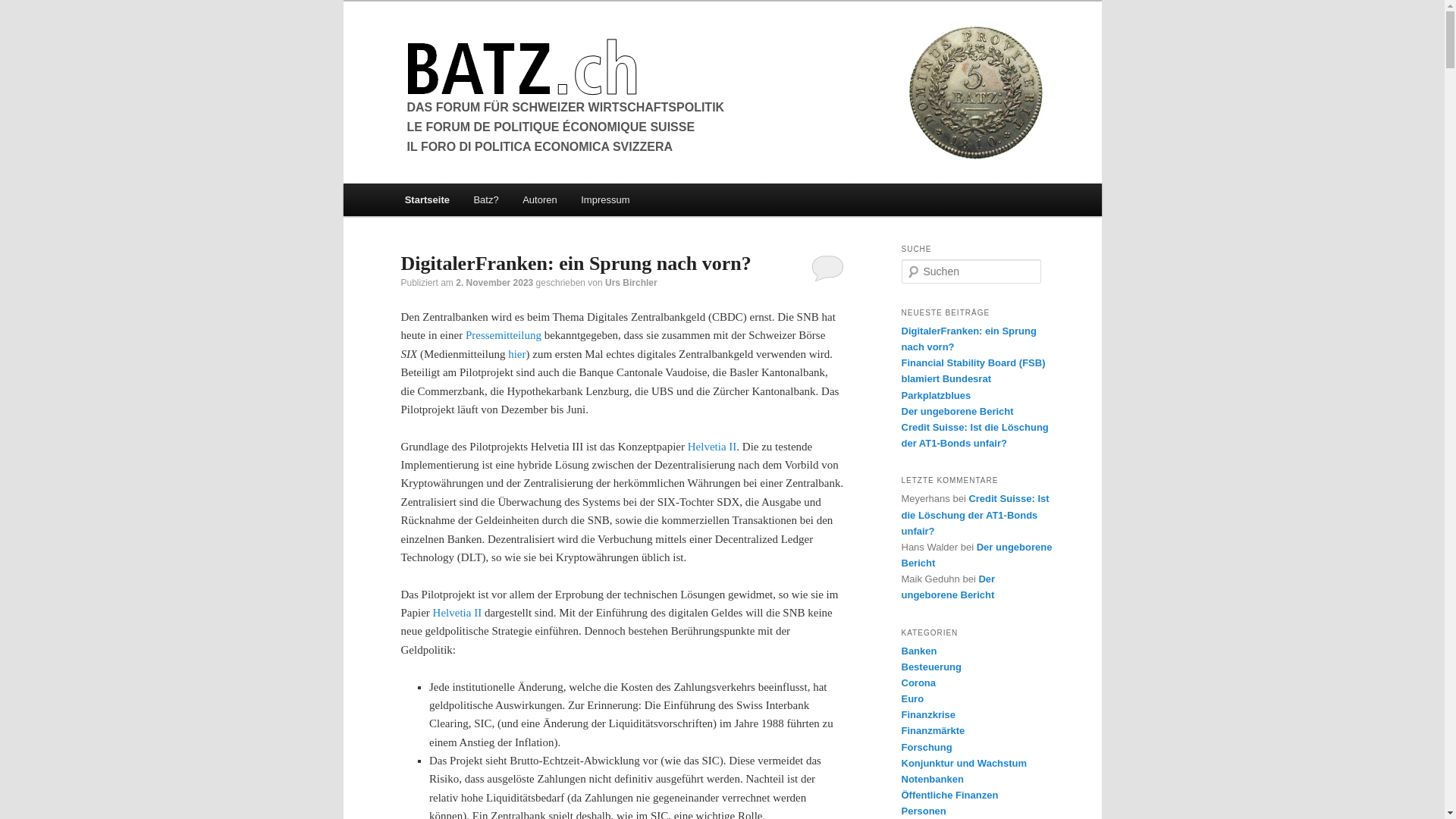 The width and height of the screenshot is (1456, 819). What do you see at coordinates (631, 283) in the screenshot?
I see `'Urs Birchler'` at bounding box center [631, 283].